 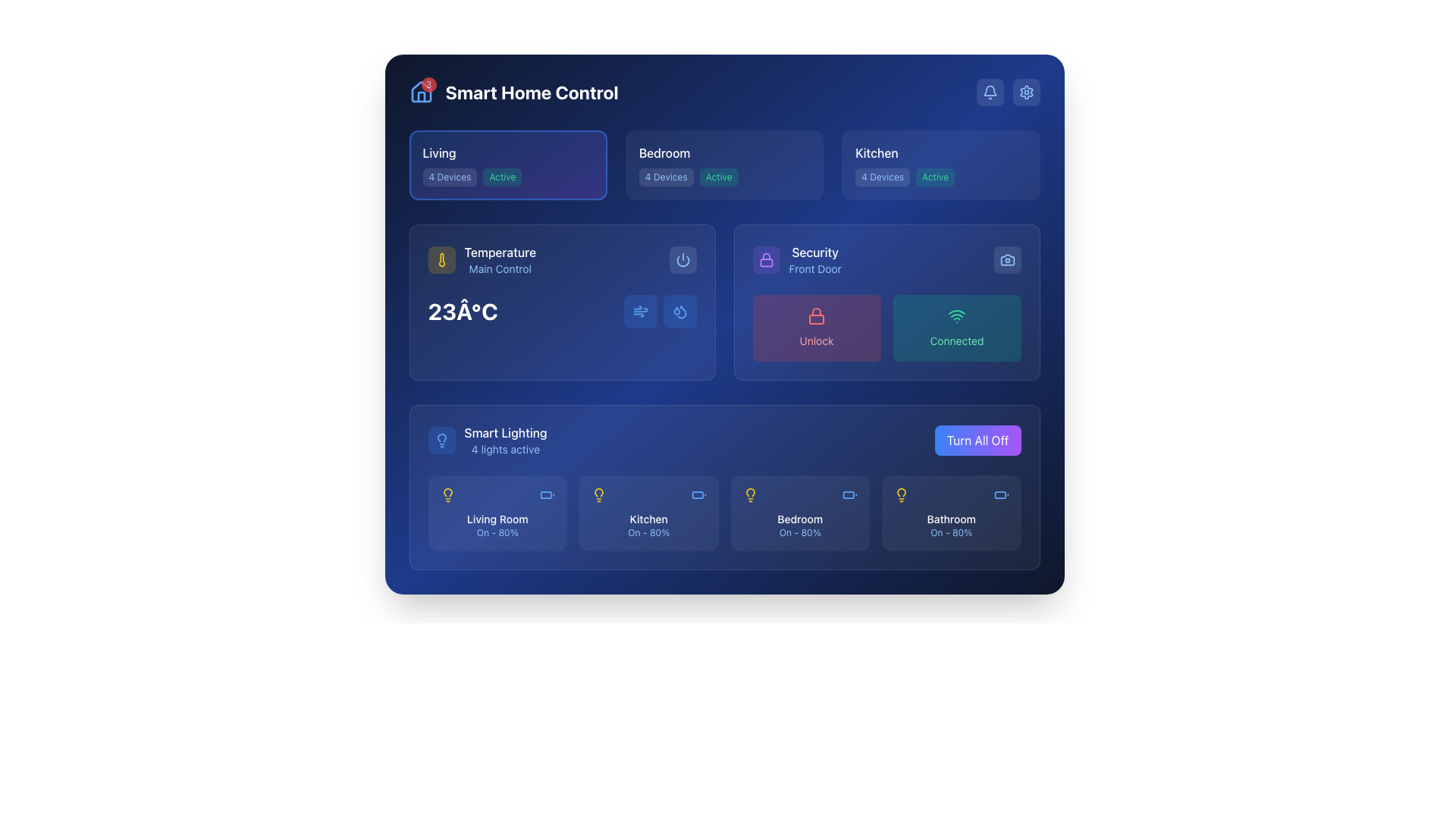 What do you see at coordinates (666, 177) in the screenshot?
I see `the Text Label indicating the number of devices associated with the 'Bedroom' section, located at the top-center of the interface` at bounding box center [666, 177].